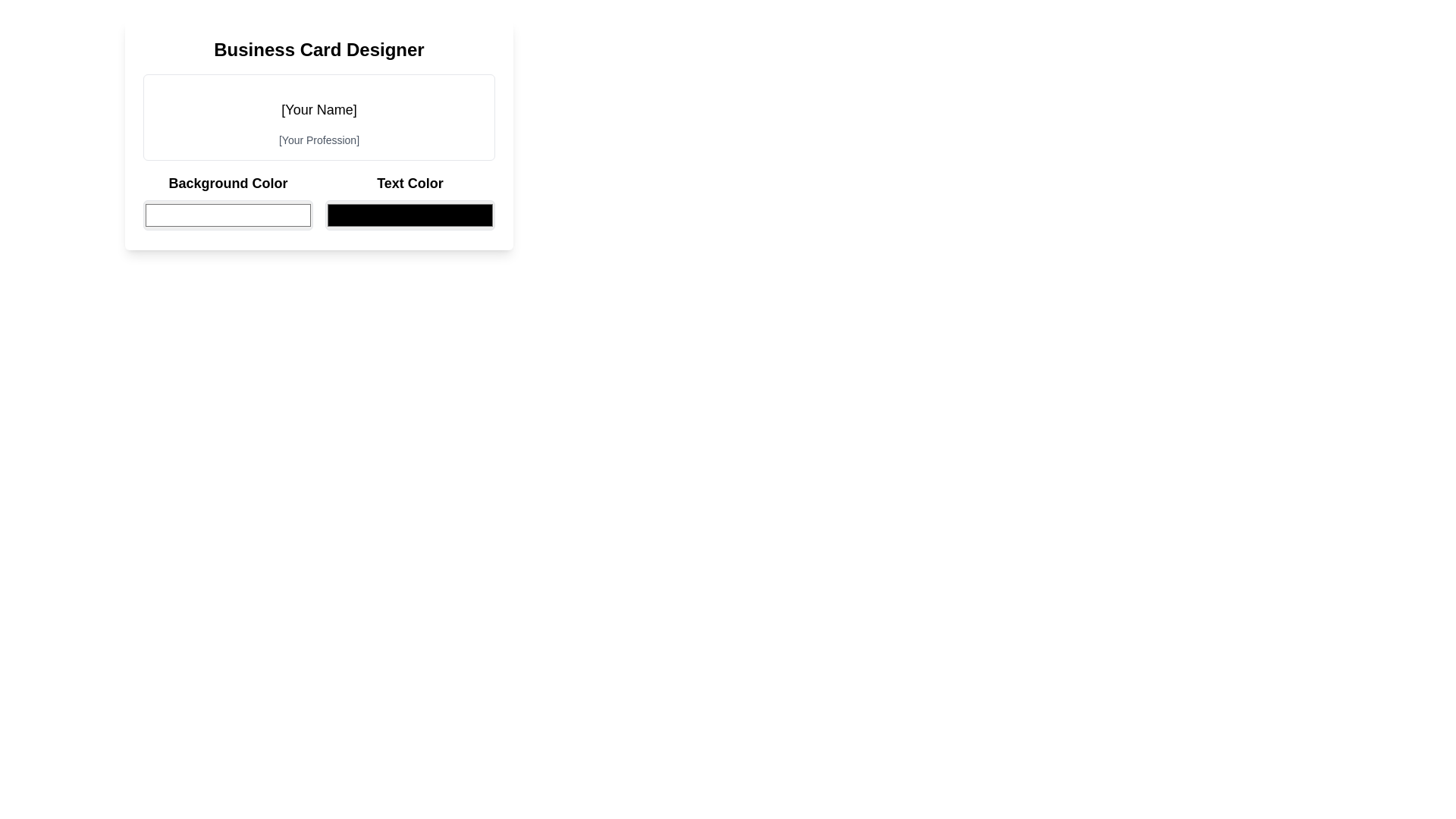 This screenshot has height=819, width=1456. What do you see at coordinates (318, 49) in the screenshot?
I see `header text located at the top of the rounded, shadowed card-like section, which identifies the section's purpose to the user` at bounding box center [318, 49].